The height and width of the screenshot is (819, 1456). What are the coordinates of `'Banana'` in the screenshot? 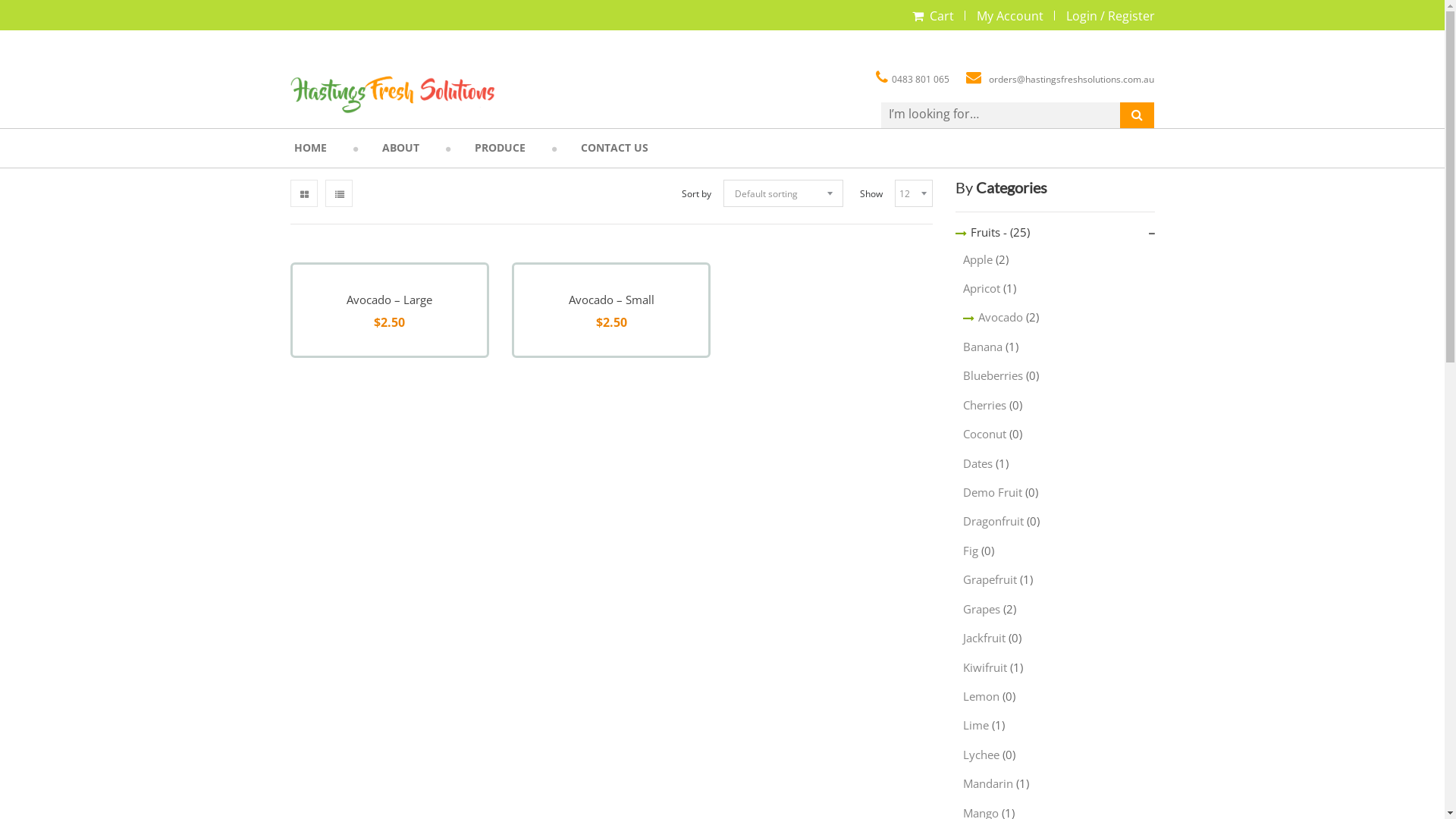 It's located at (983, 346).